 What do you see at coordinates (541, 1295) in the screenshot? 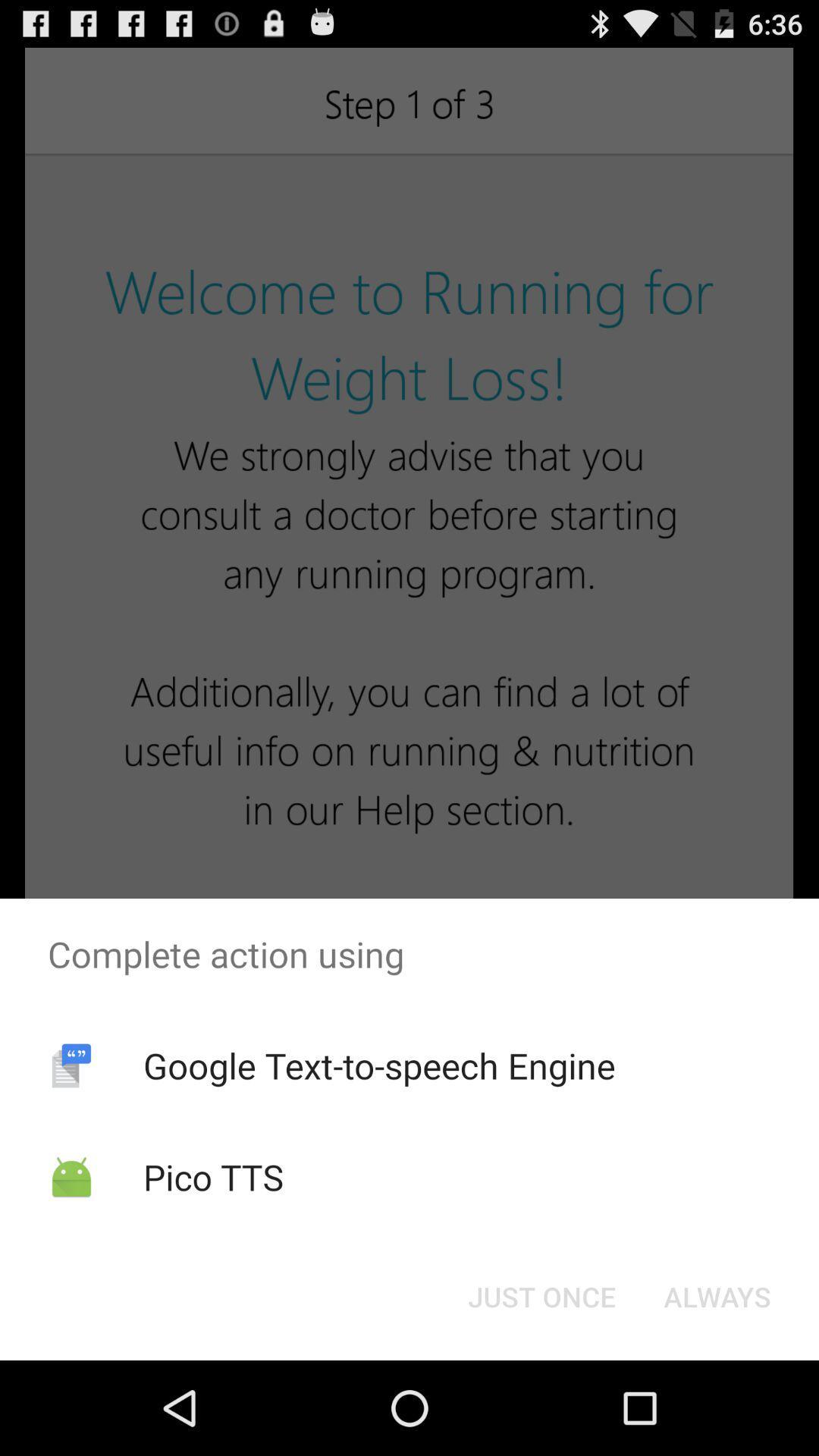
I see `just once icon` at bounding box center [541, 1295].